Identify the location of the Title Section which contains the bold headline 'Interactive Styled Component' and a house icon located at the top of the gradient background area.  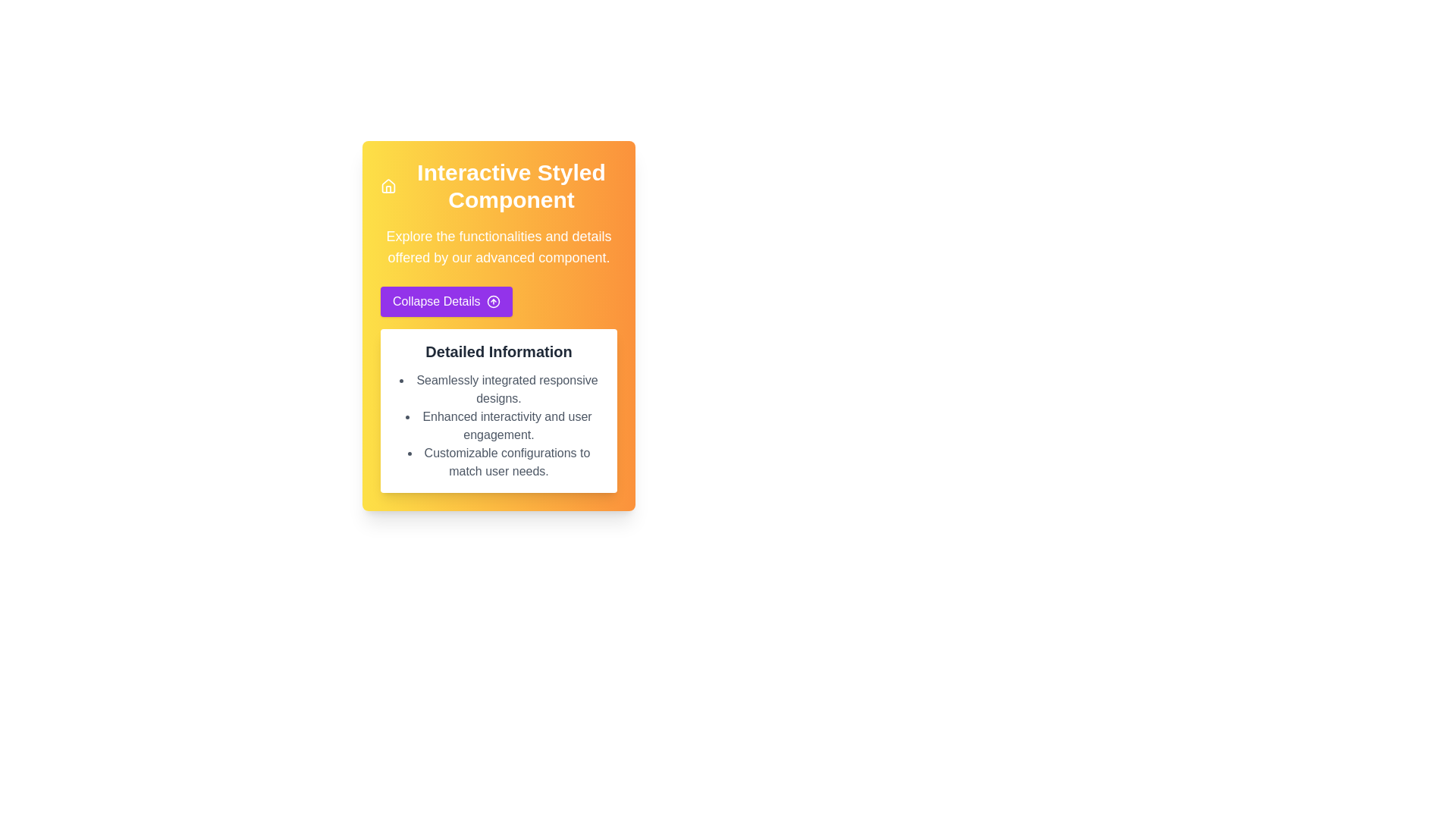
(498, 186).